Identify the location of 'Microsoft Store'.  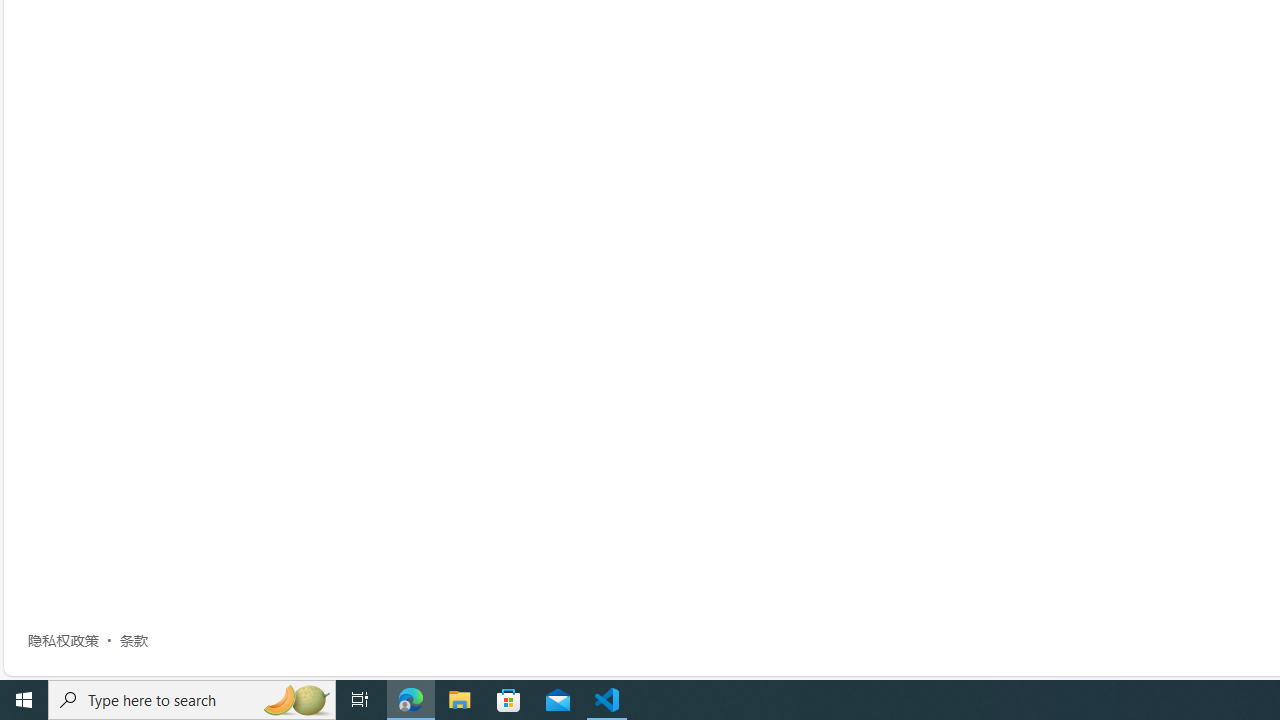
(509, 698).